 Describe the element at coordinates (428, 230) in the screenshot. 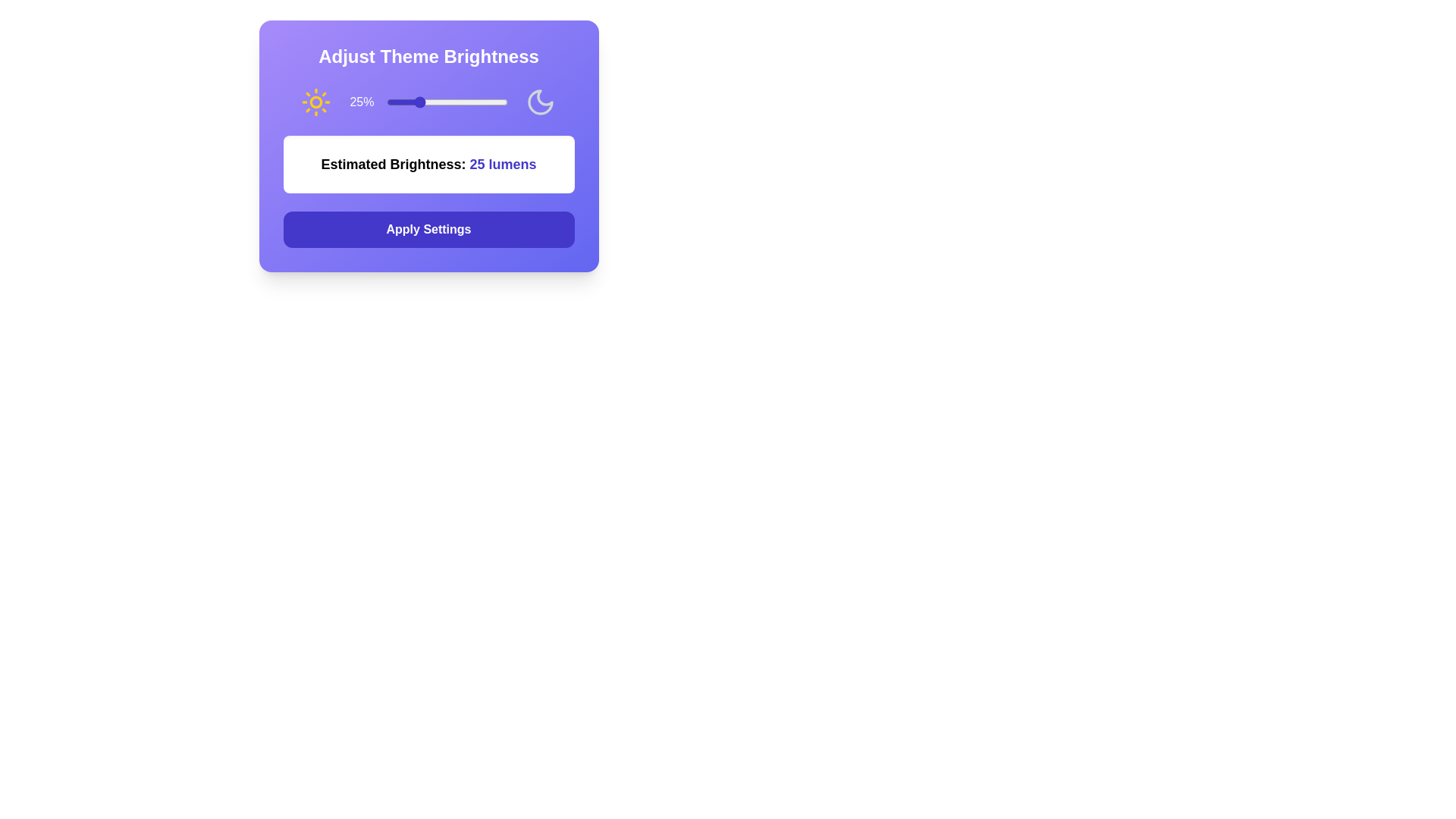

I see `the 'Apply Settings' button` at that location.